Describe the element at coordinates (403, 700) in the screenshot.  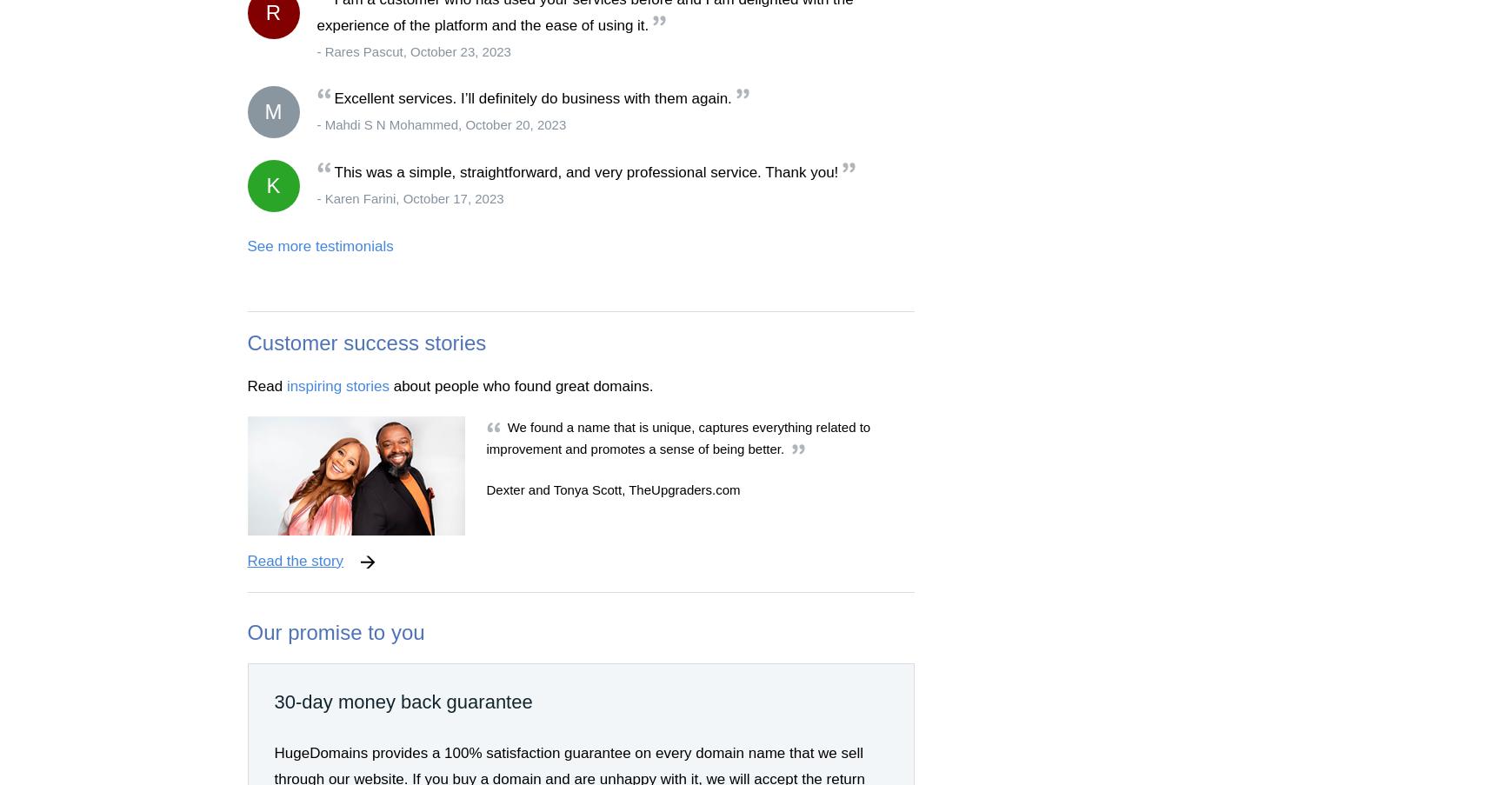
I see `'30-day money back guarantee'` at that location.